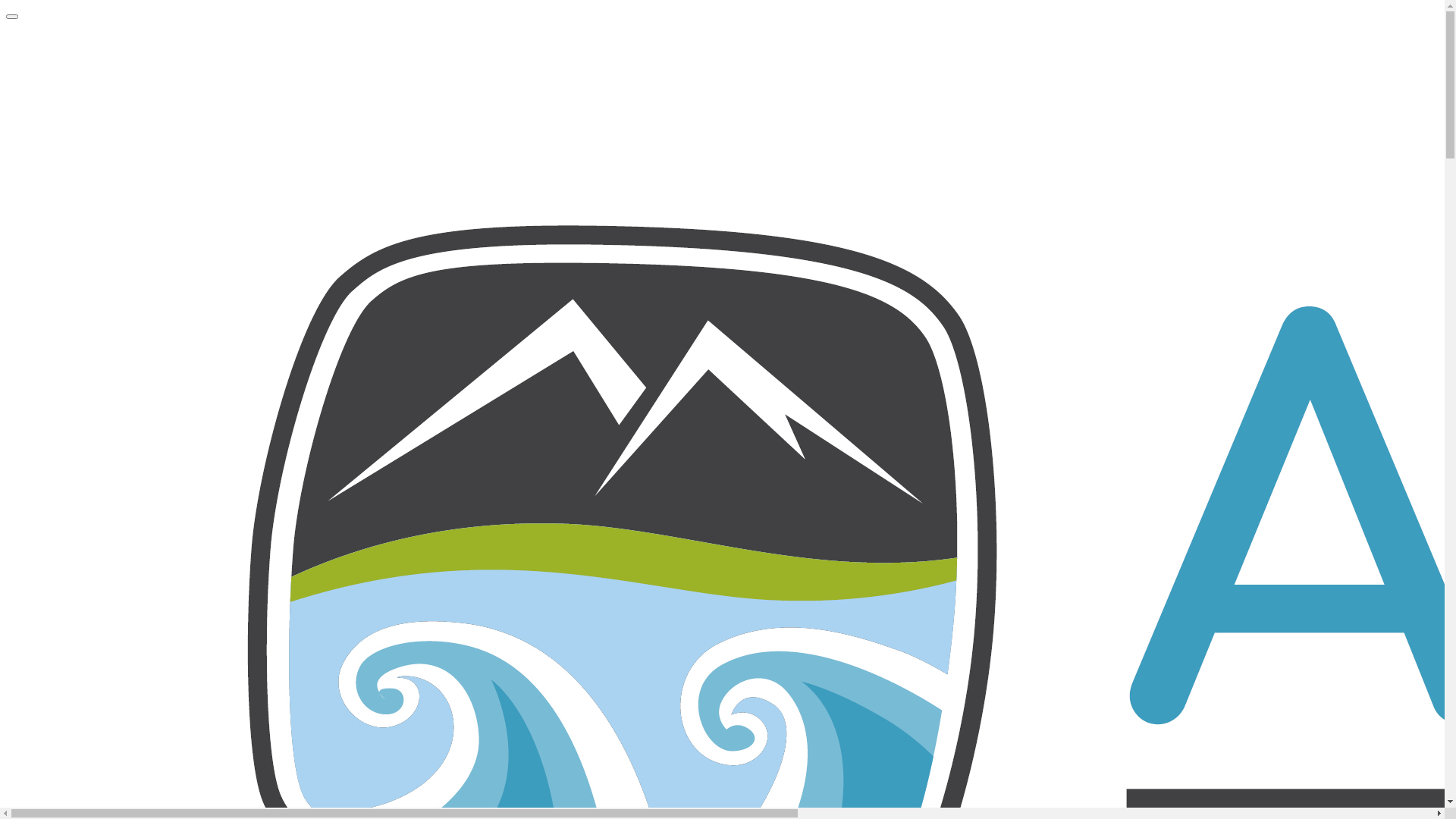  I want to click on 'Skip to main content', so click(6, 6).